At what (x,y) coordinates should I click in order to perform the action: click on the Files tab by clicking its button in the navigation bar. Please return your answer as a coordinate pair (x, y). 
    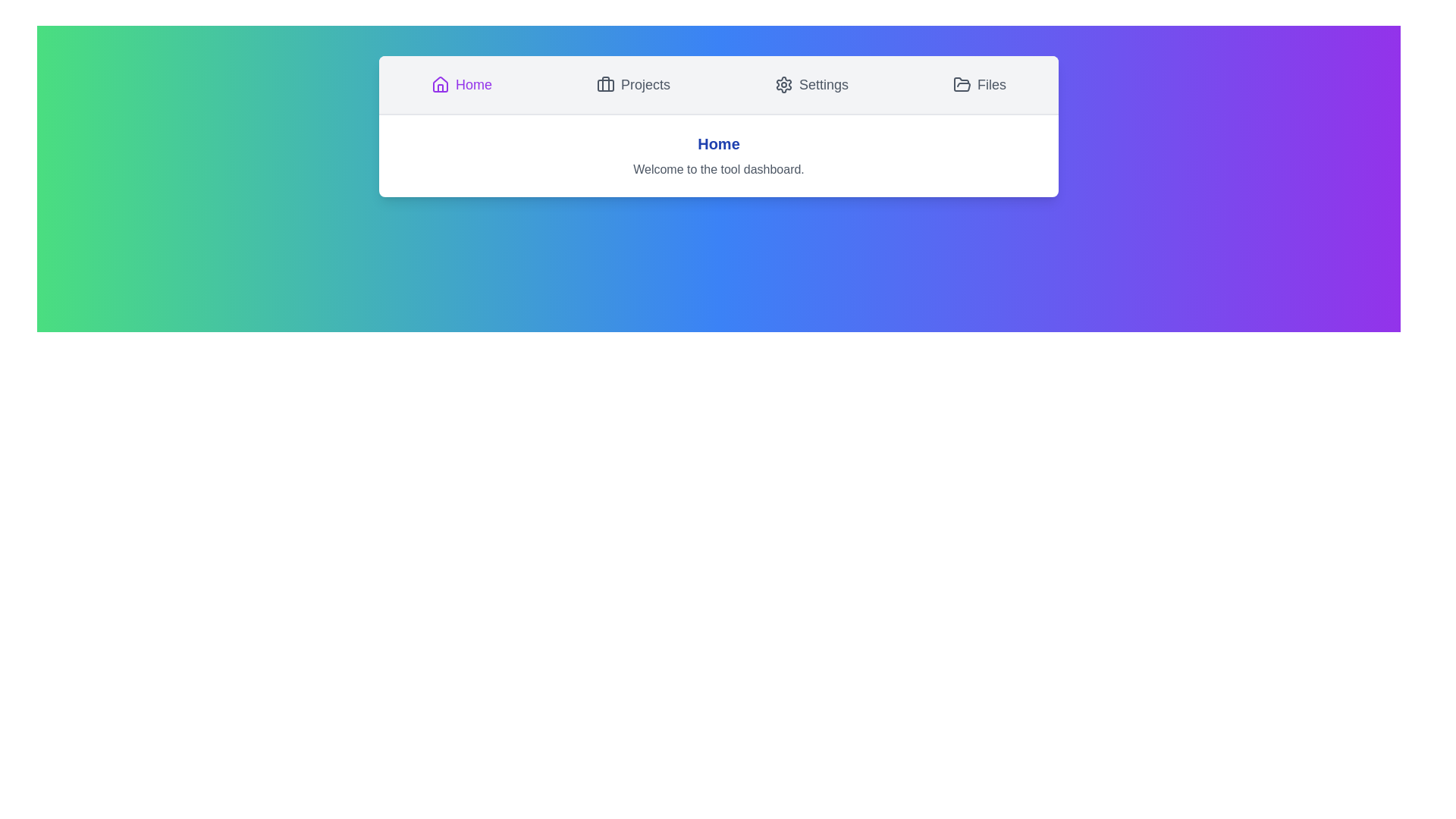
    Looking at the image, I should click on (979, 84).